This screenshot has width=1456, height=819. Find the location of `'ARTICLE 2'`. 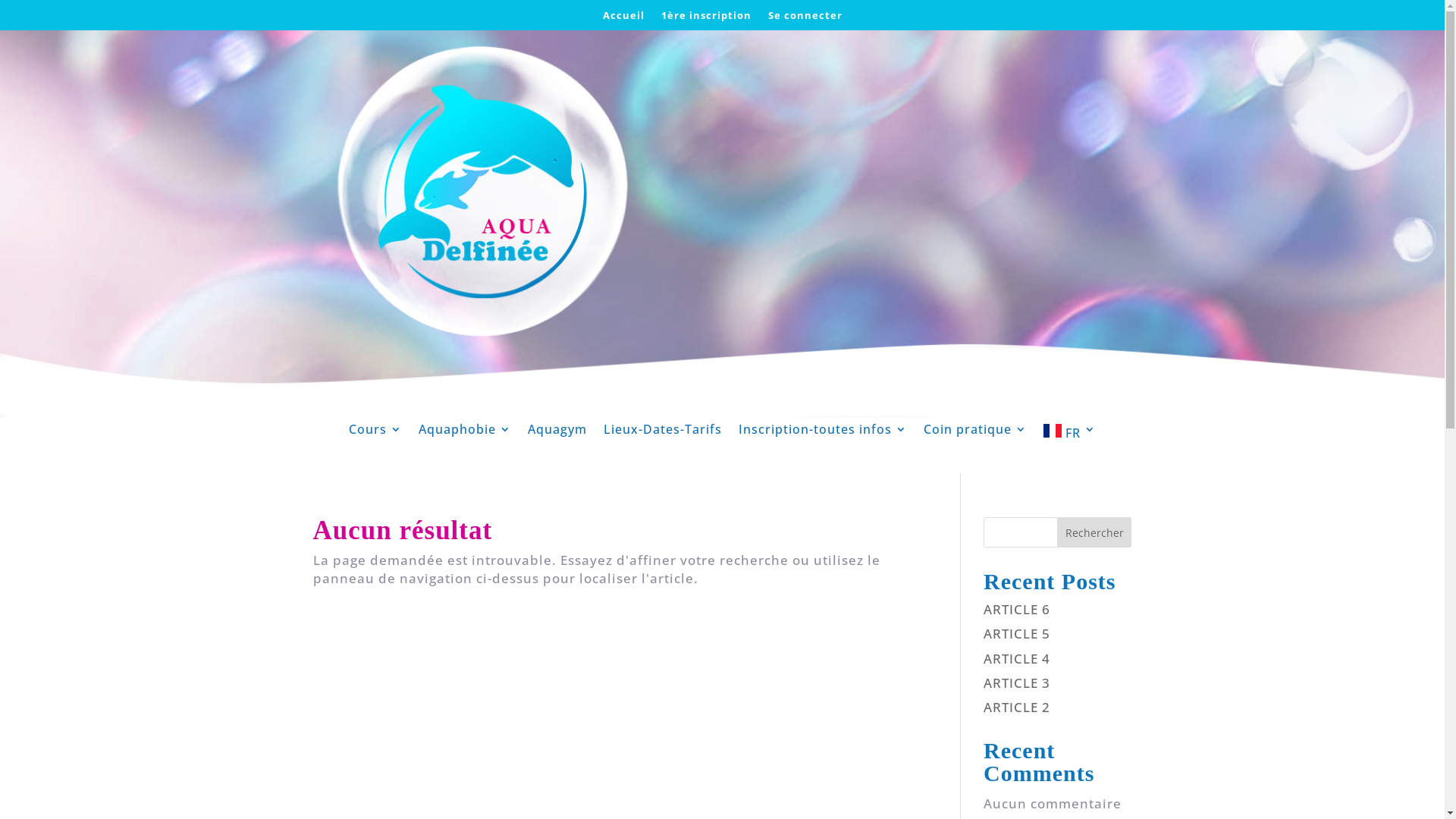

'ARTICLE 2' is located at coordinates (1016, 707).